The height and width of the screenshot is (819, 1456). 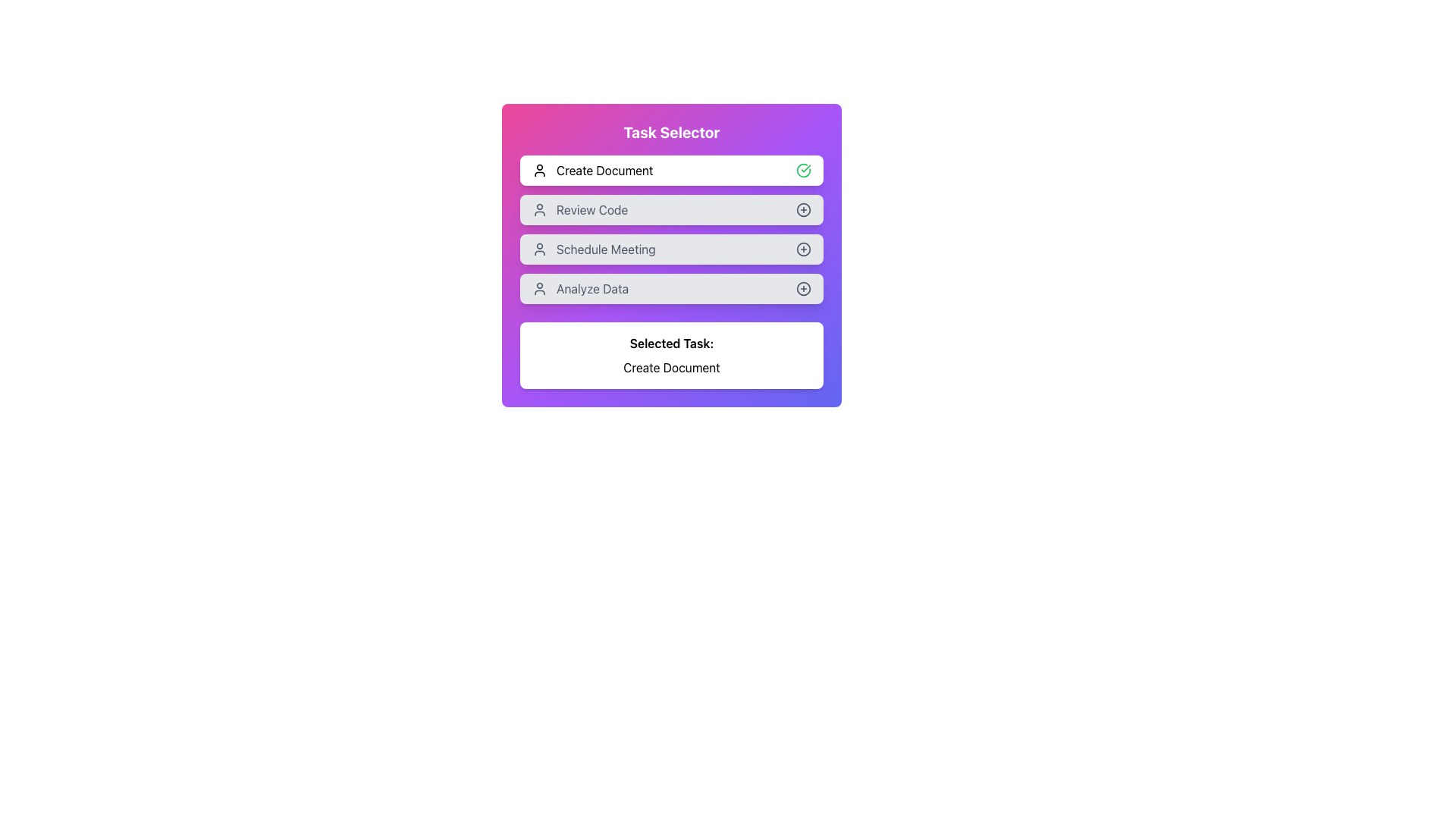 What do you see at coordinates (803, 170) in the screenshot?
I see `the success status icon located to the right of the 'Create Document' button in the task selector box to visually confirm the action has been completed` at bounding box center [803, 170].